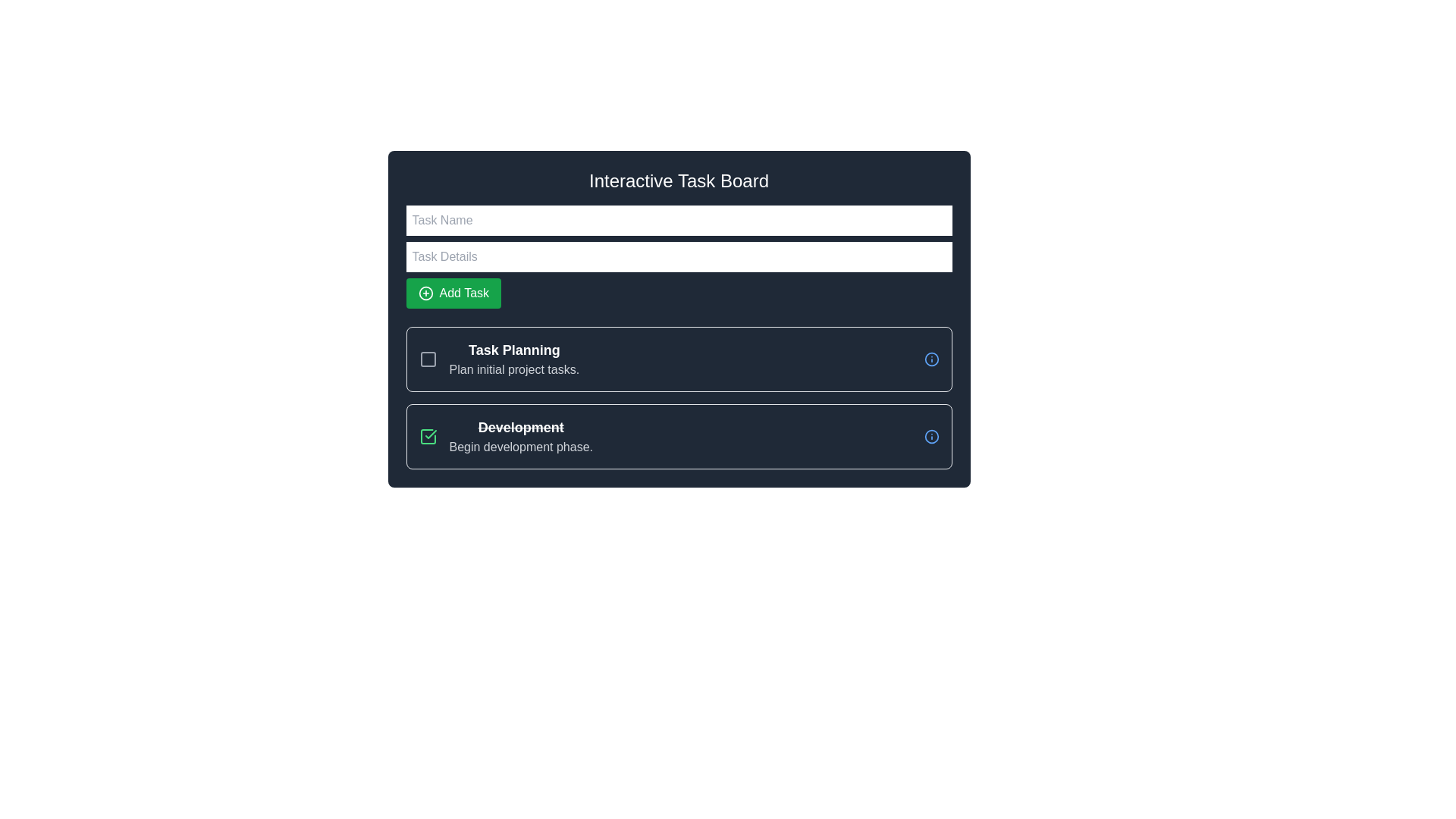 The height and width of the screenshot is (819, 1456). Describe the element at coordinates (930, 436) in the screenshot. I see `the visual representation of the Circle icon, which is a bordered, hollow circle located in the 'Development' task component, positioned to the far right and centrally aligned` at that location.